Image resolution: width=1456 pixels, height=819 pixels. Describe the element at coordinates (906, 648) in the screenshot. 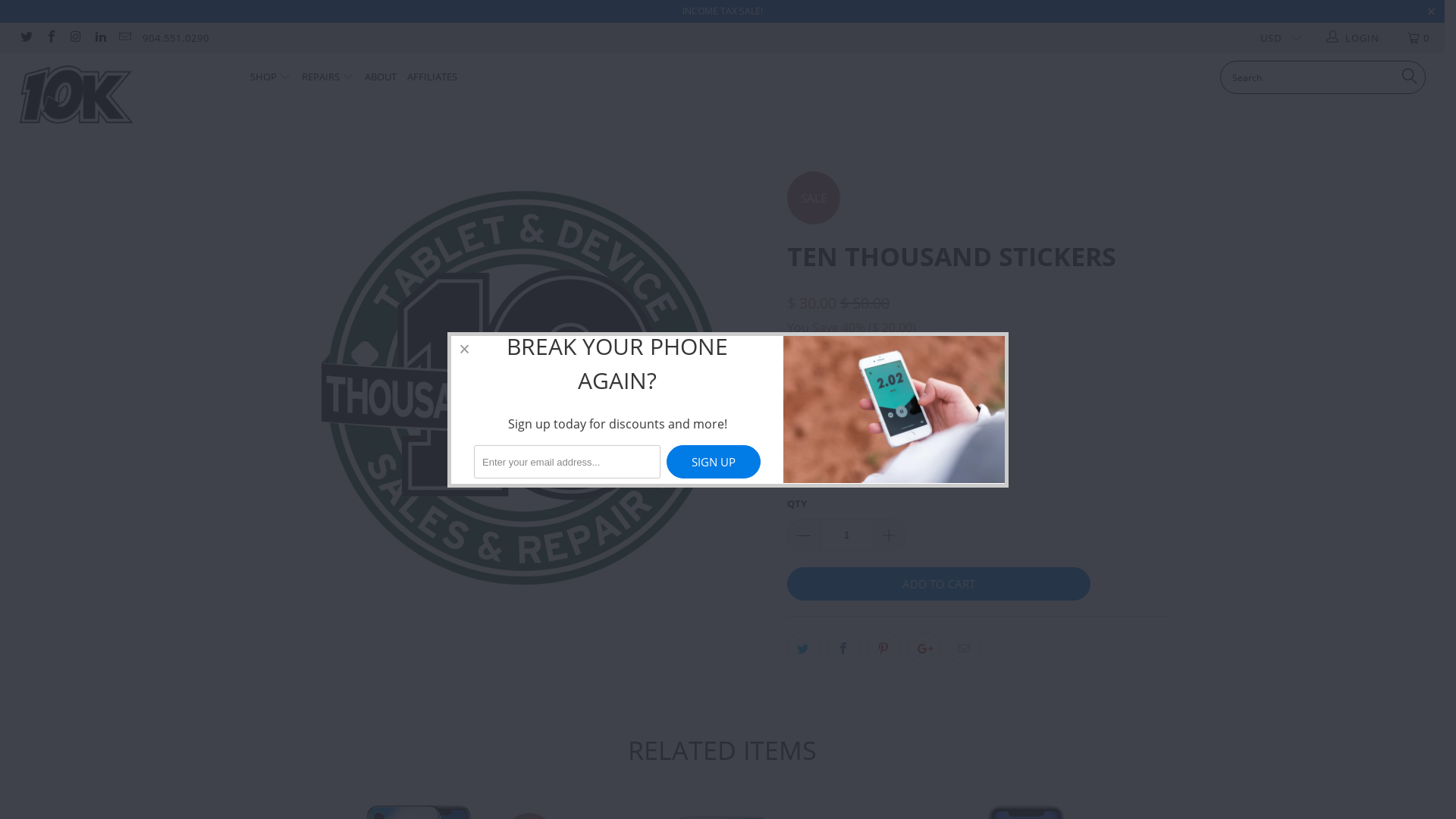

I see `'Share this on Google+'` at that location.